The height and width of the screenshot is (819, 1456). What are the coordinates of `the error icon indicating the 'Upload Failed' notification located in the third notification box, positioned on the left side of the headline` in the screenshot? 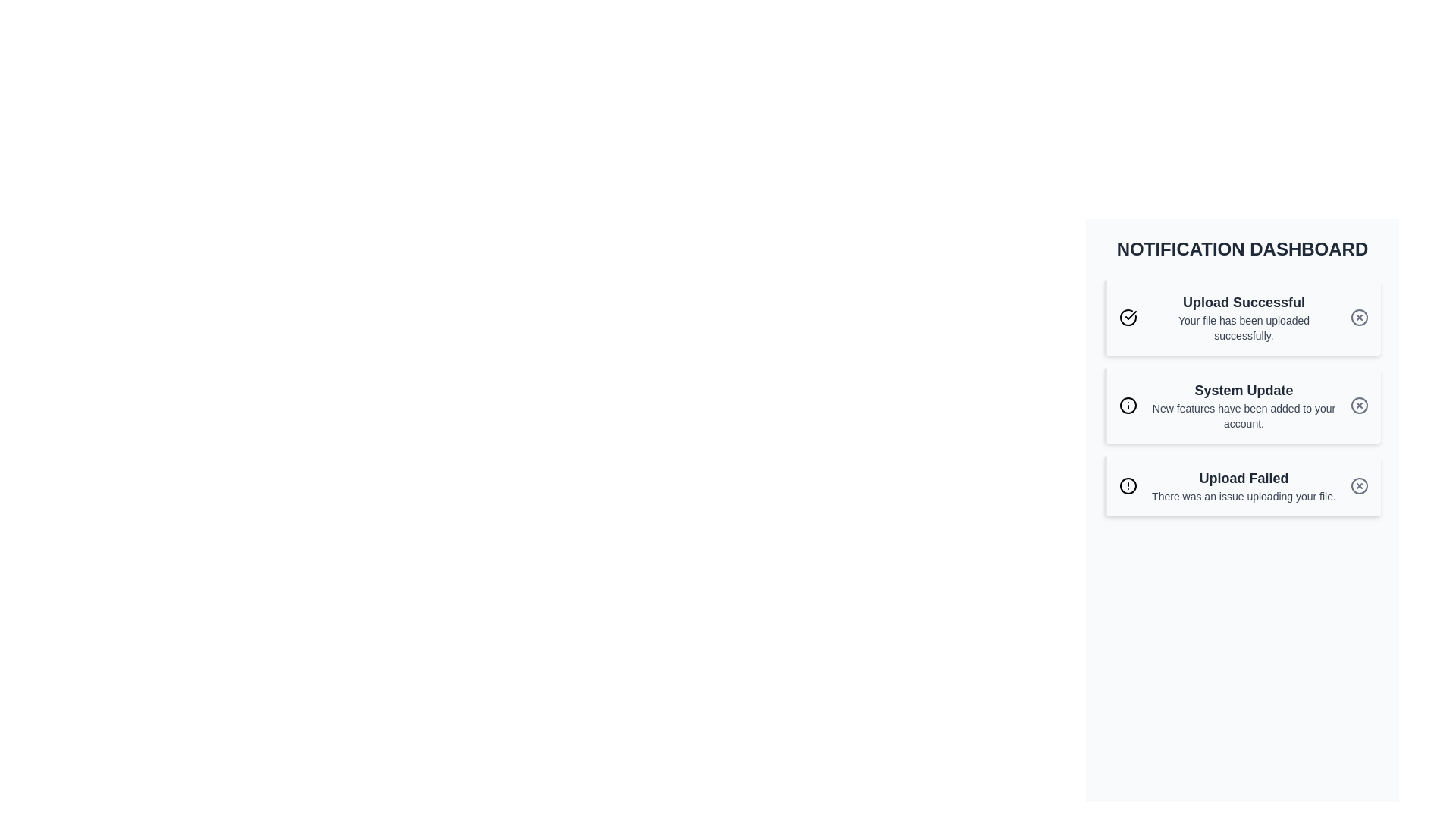 It's located at (1128, 485).